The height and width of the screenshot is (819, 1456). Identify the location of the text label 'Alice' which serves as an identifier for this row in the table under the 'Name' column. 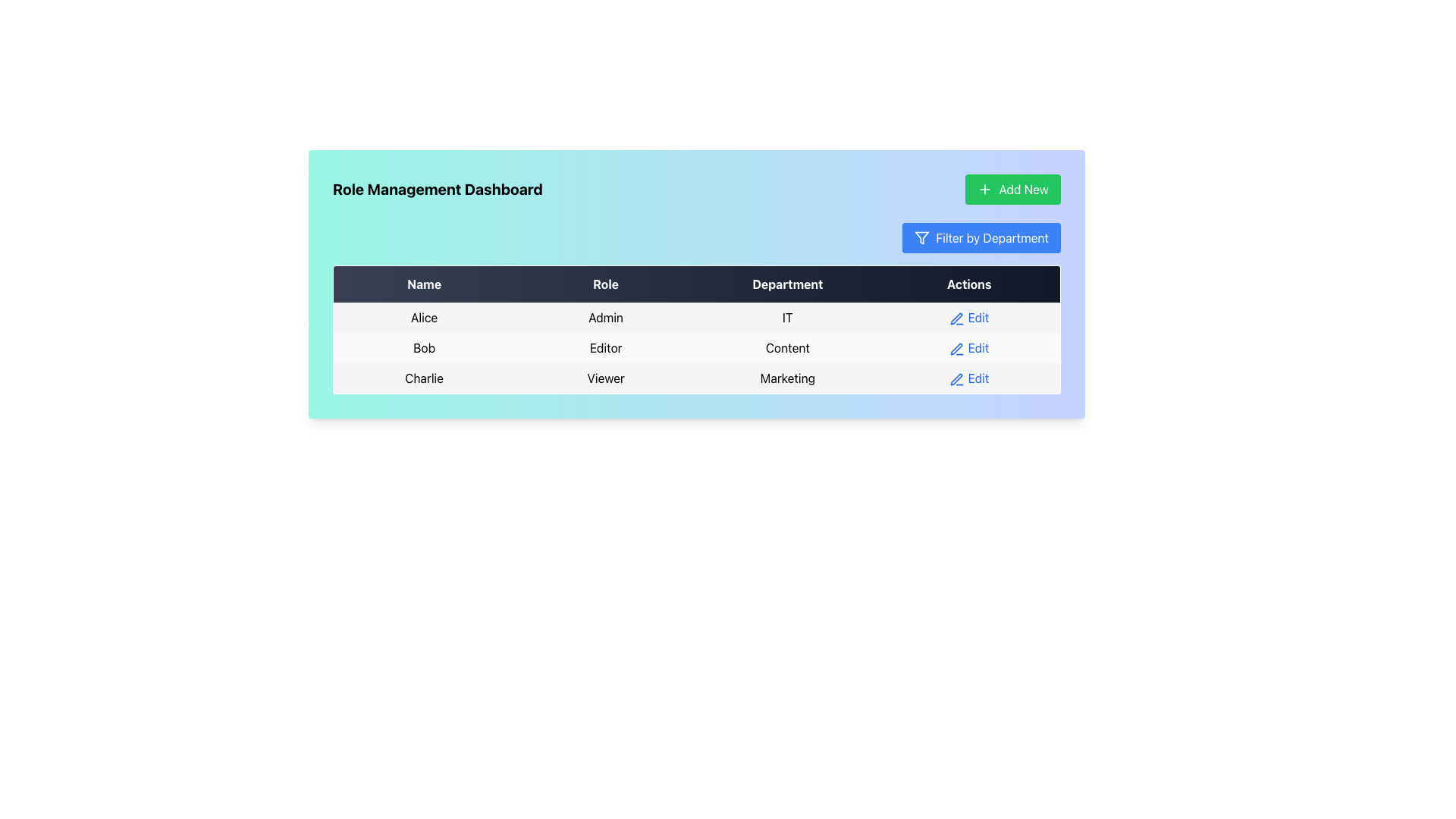
(424, 317).